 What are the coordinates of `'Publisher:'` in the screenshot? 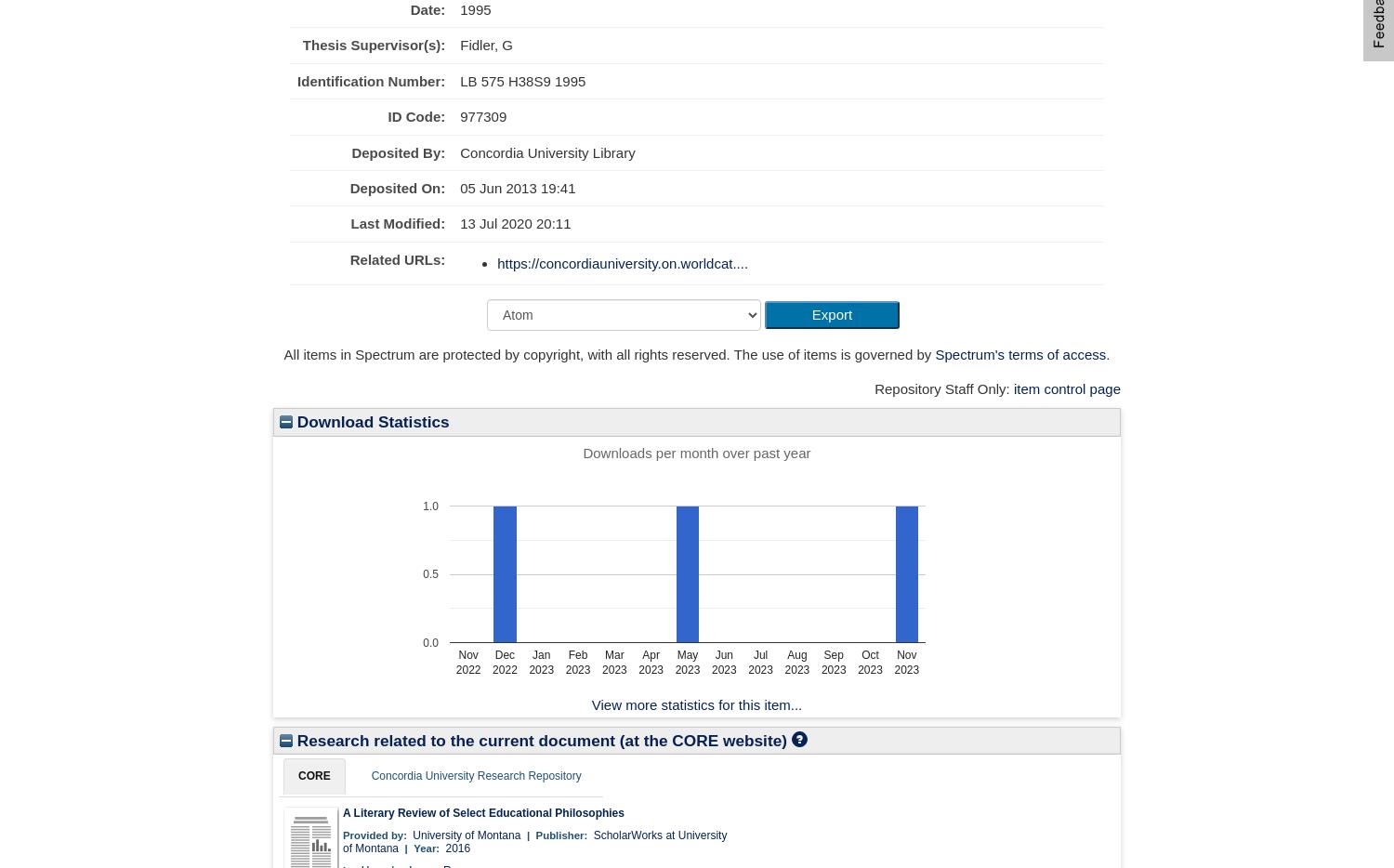 It's located at (563, 835).